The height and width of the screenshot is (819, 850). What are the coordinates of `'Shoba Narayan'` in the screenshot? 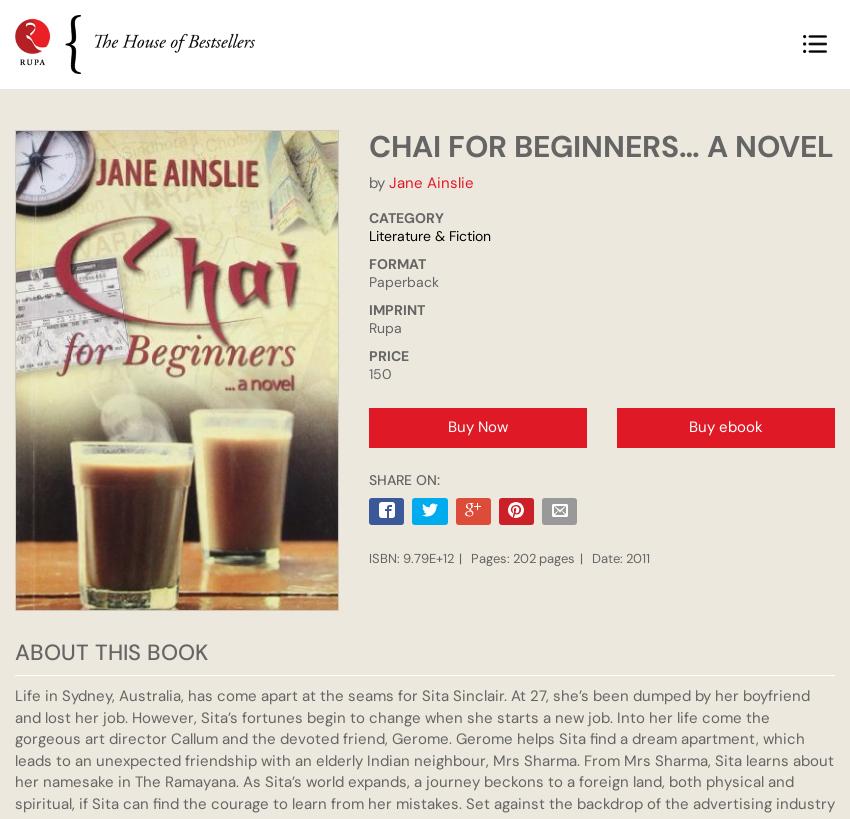 It's located at (680, 338).